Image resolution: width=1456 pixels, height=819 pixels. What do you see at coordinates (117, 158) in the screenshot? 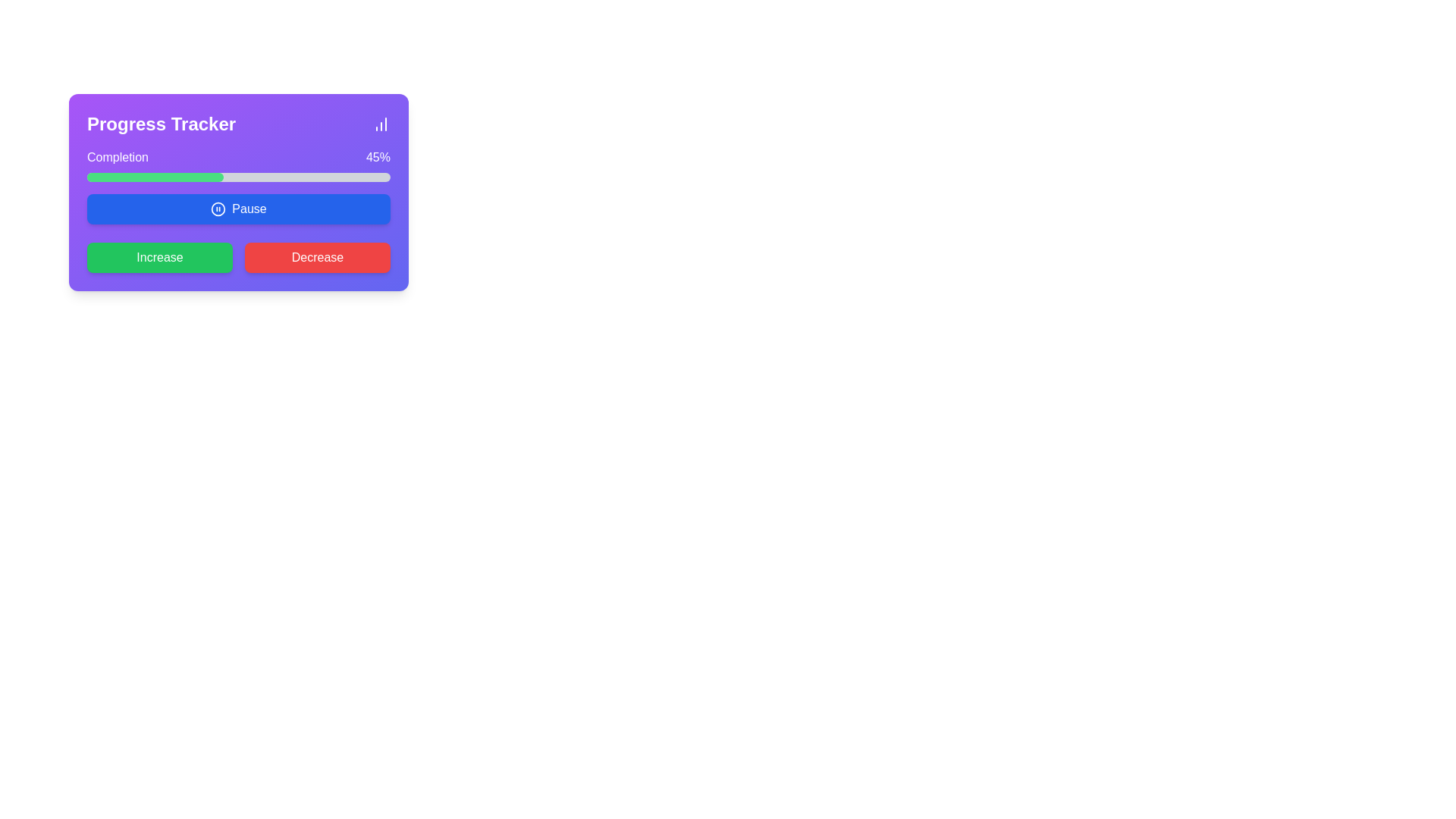
I see `the 'Completion' text label, which is displayed in white color within the purple rectangular area at the top-left portion of the progress tracker card` at bounding box center [117, 158].